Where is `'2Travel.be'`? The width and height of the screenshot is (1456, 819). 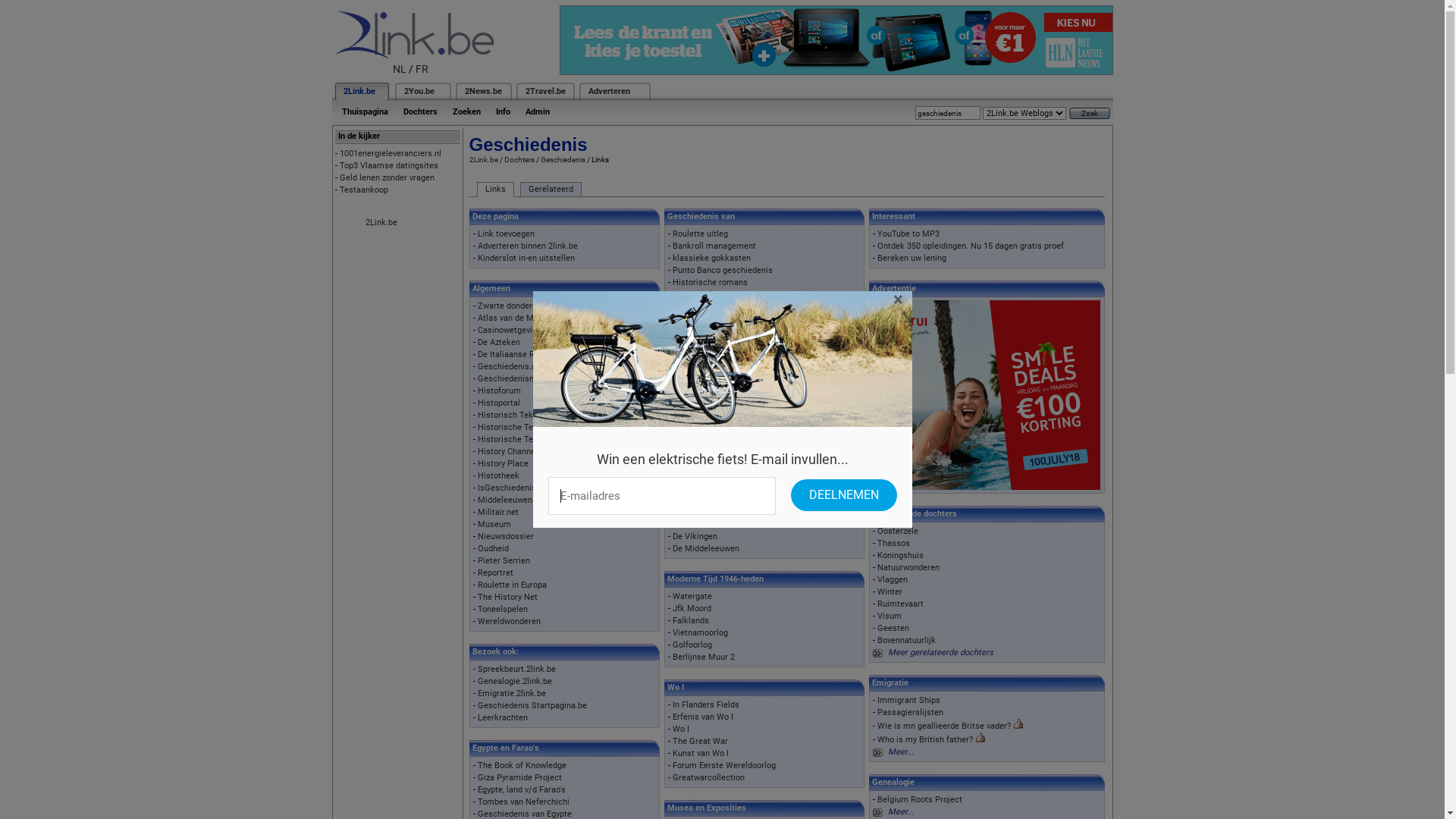 '2Travel.be' is located at coordinates (544, 91).